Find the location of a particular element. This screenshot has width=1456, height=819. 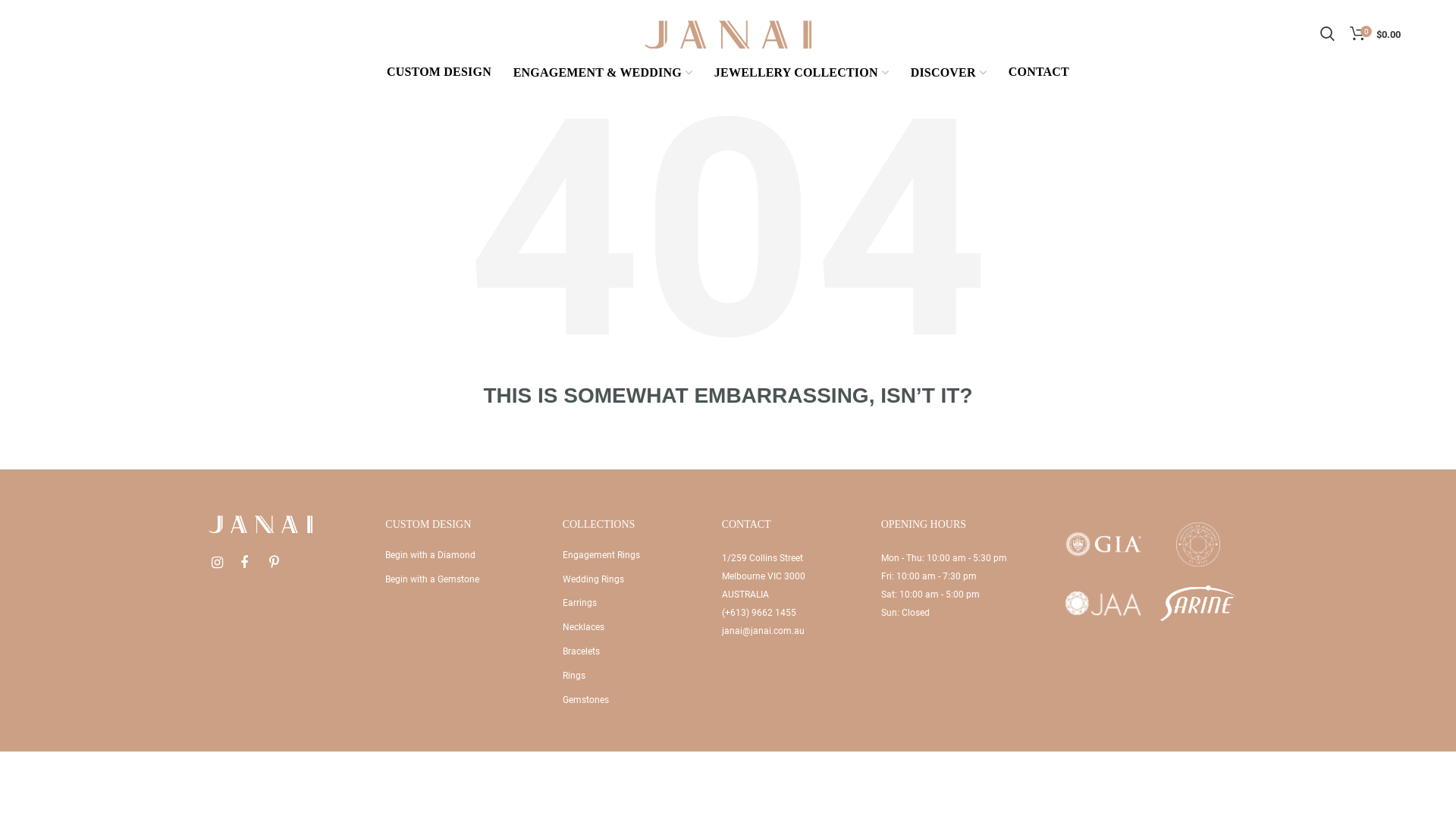

'Engagement Rings' is located at coordinates (600, 555).